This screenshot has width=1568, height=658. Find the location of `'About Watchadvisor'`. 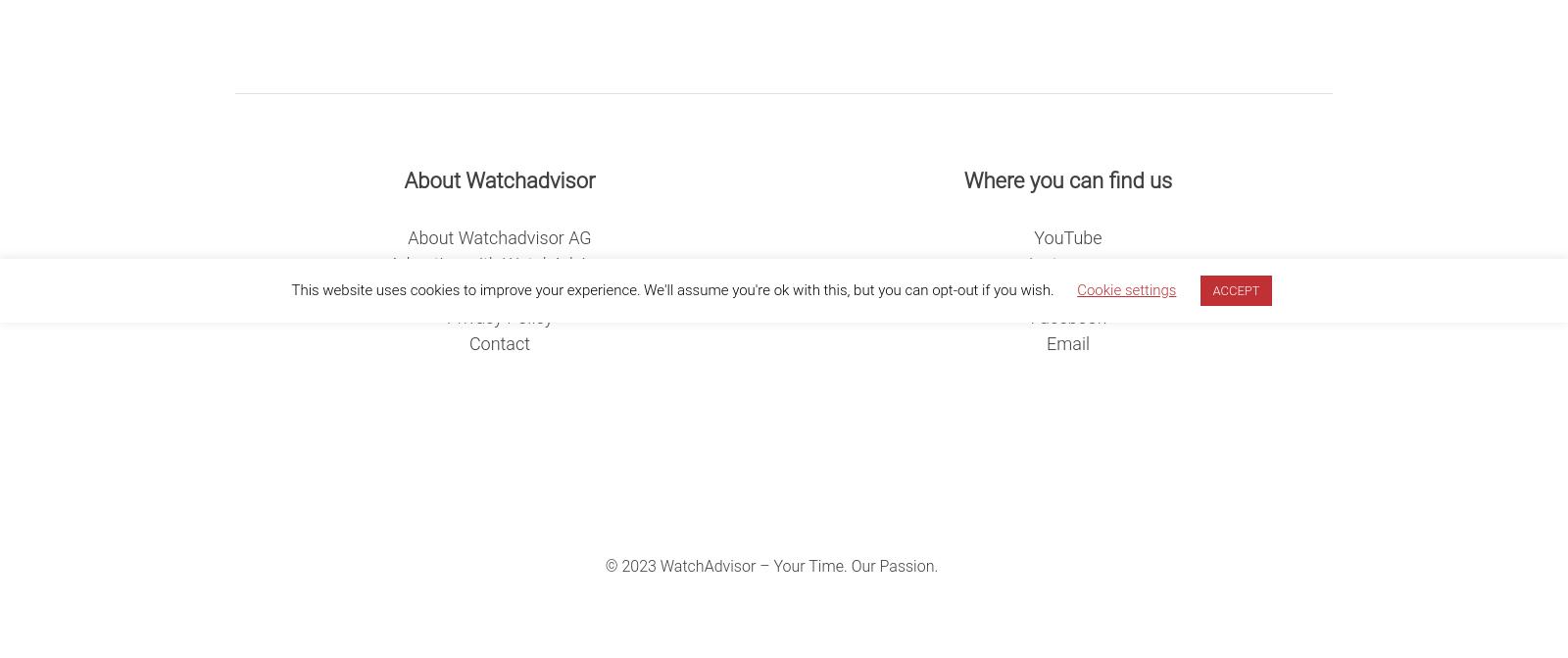

'About Watchadvisor' is located at coordinates (498, 180).